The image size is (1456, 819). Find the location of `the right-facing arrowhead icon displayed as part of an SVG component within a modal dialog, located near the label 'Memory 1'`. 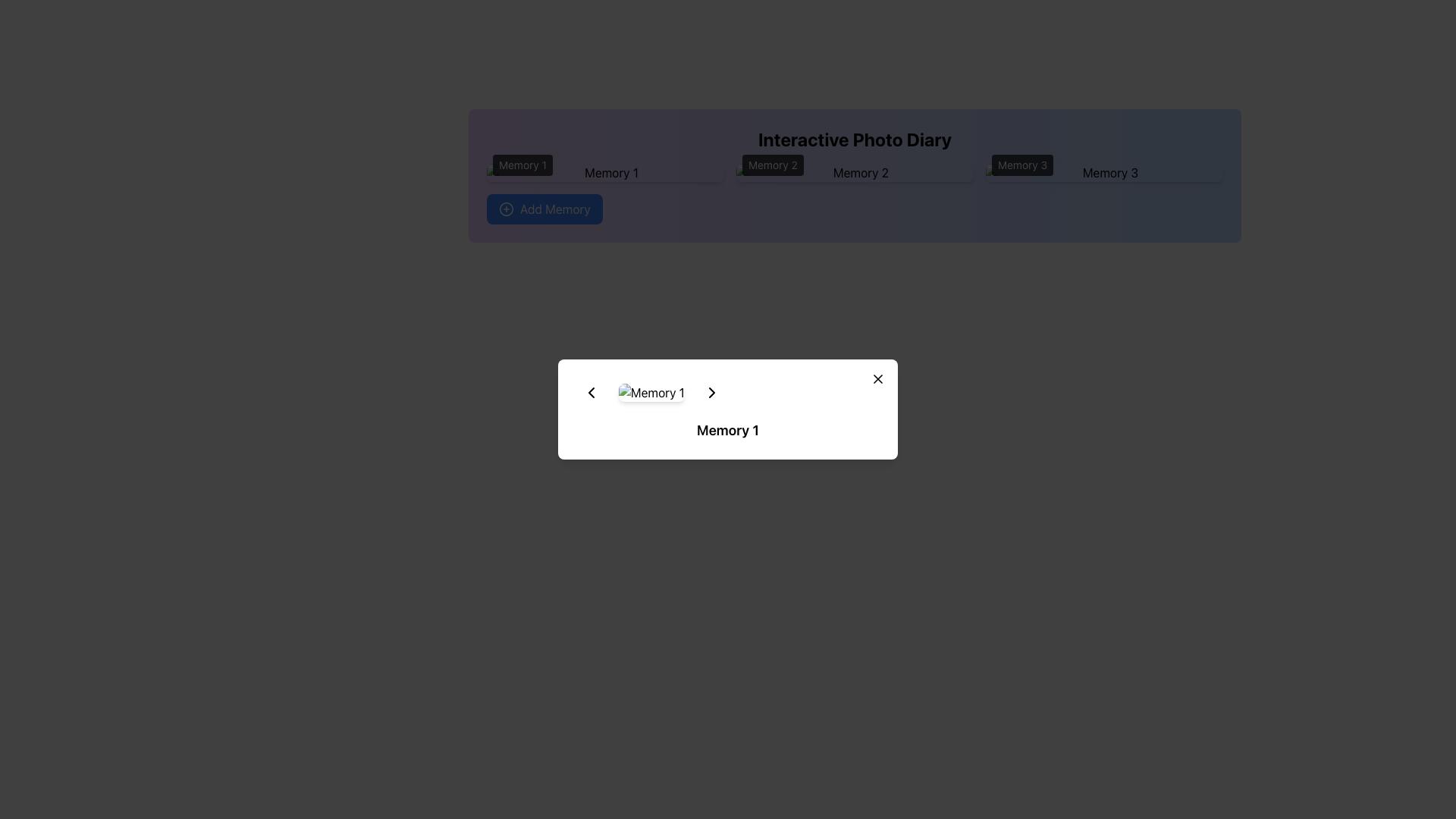

the right-facing arrowhead icon displayed as part of an SVG component within a modal dialog, located near the label 'Memory 1' is located at coordinates (711, 391).